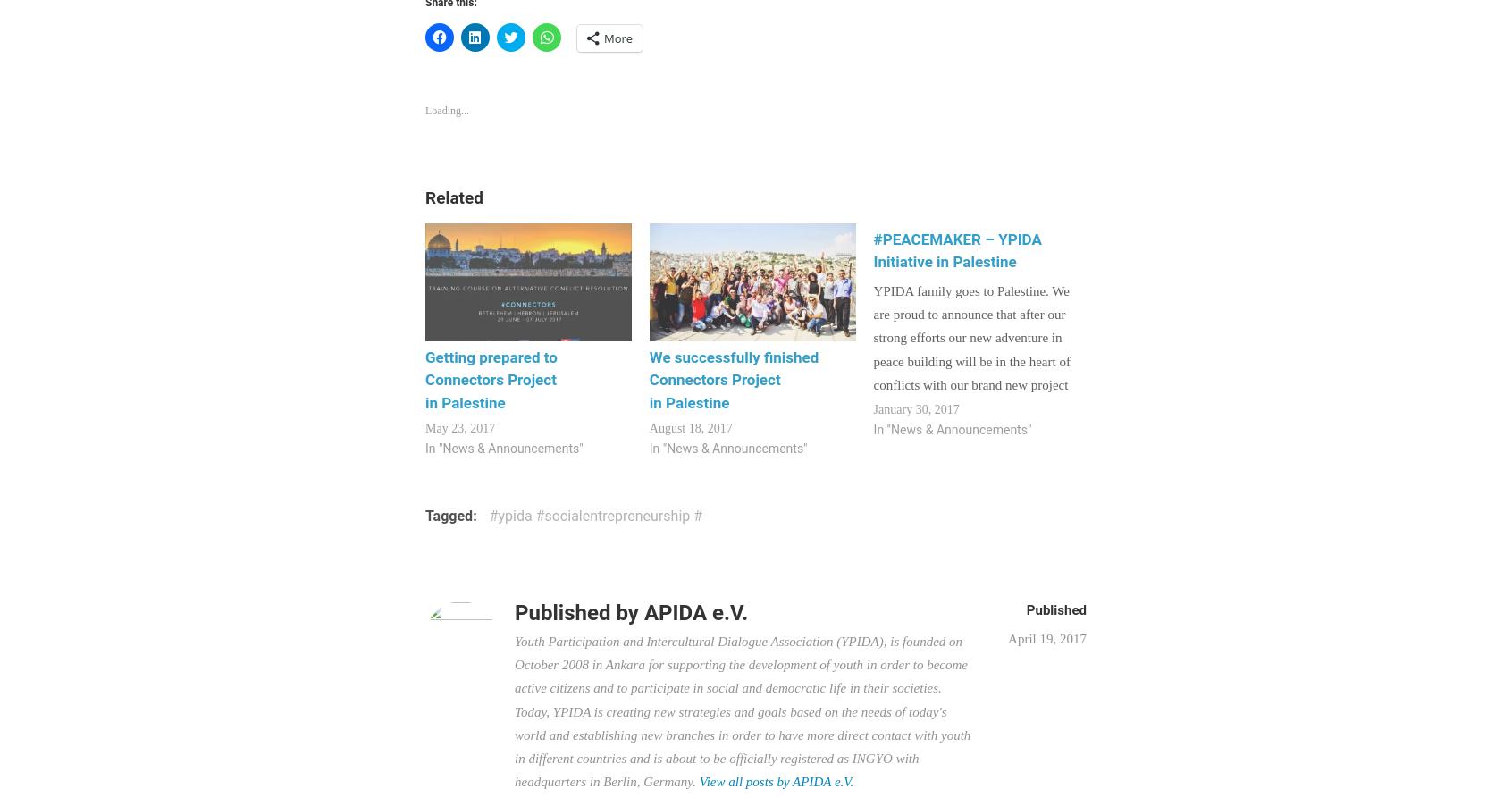  What do you see at coordinates (424, 109) in the screenshot?
I see `'Loading...'` at bounding box center [424, 109].